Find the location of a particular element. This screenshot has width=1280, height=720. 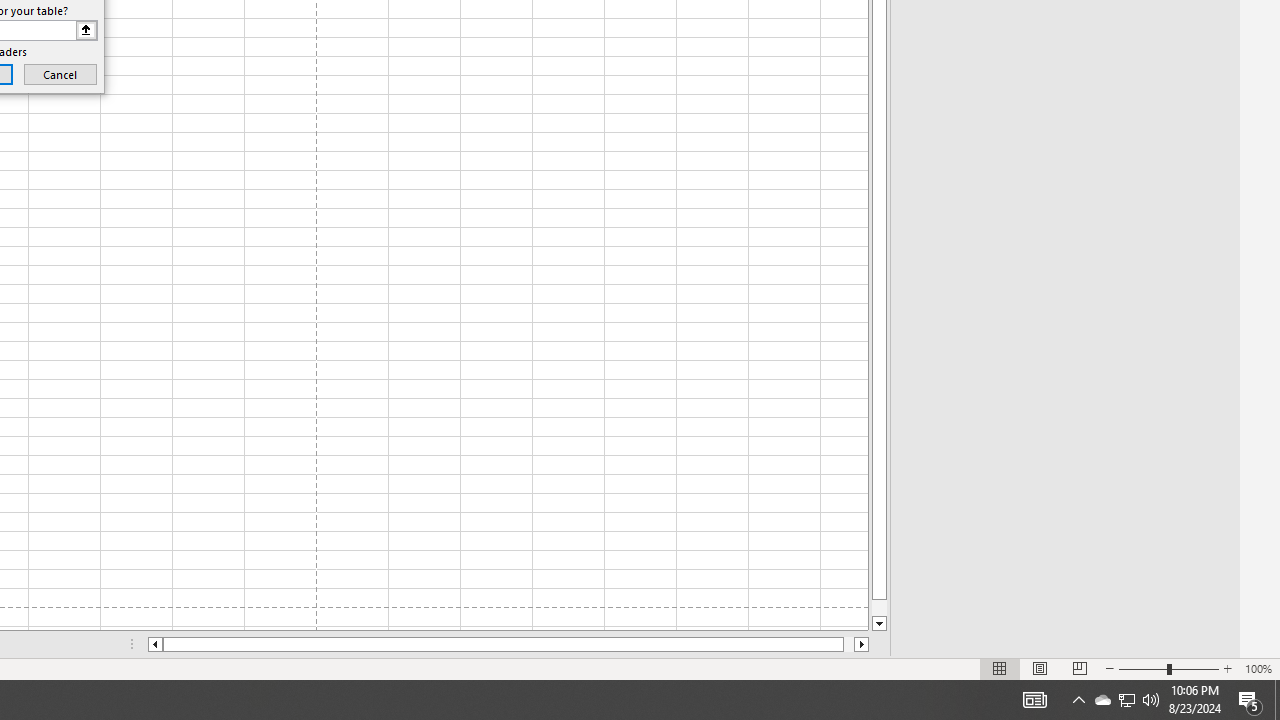

'Page right' is located at coordinates (848, 644).